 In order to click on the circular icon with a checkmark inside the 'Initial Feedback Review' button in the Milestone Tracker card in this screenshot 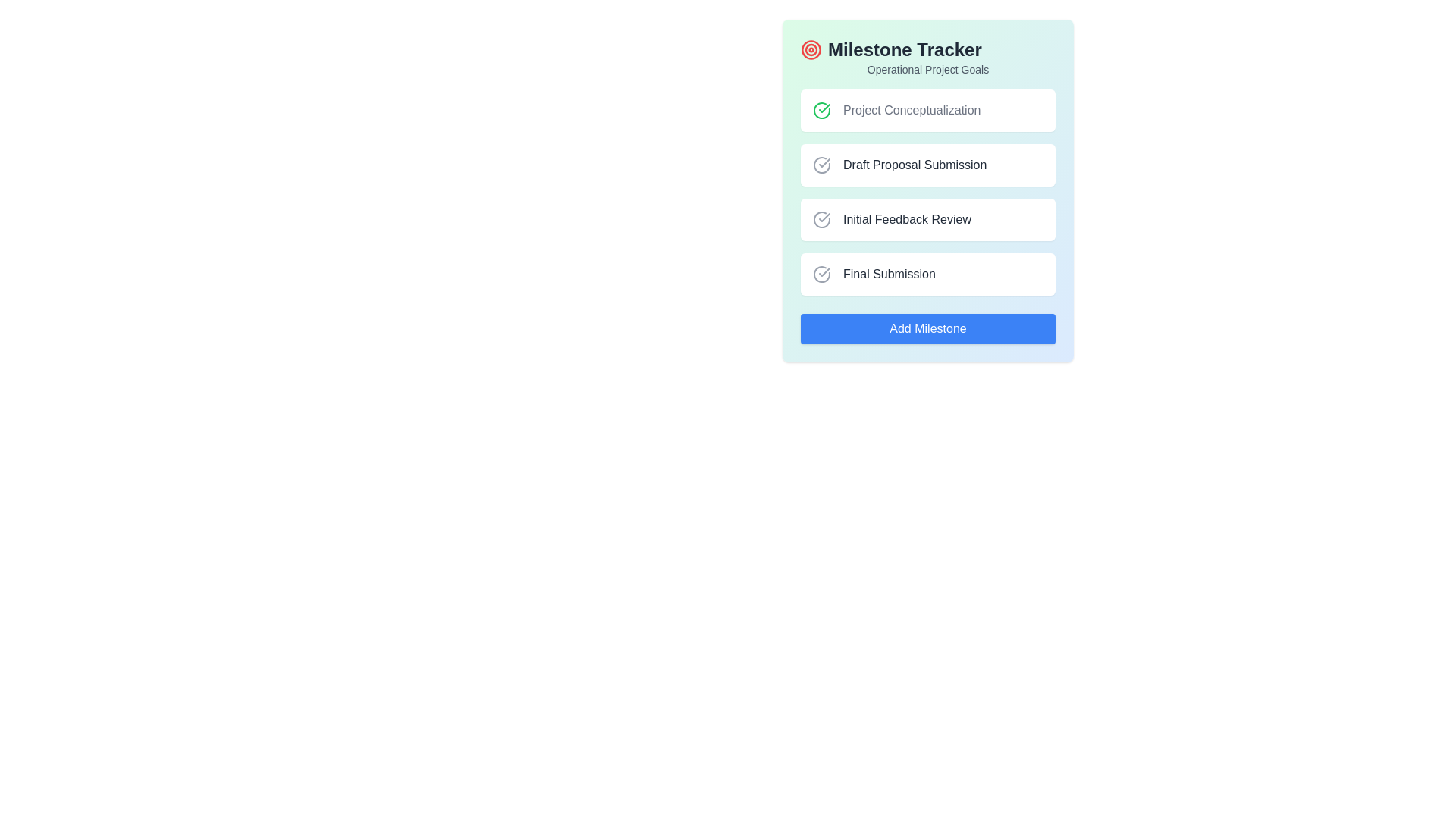, I will do `click(821, 219)`.